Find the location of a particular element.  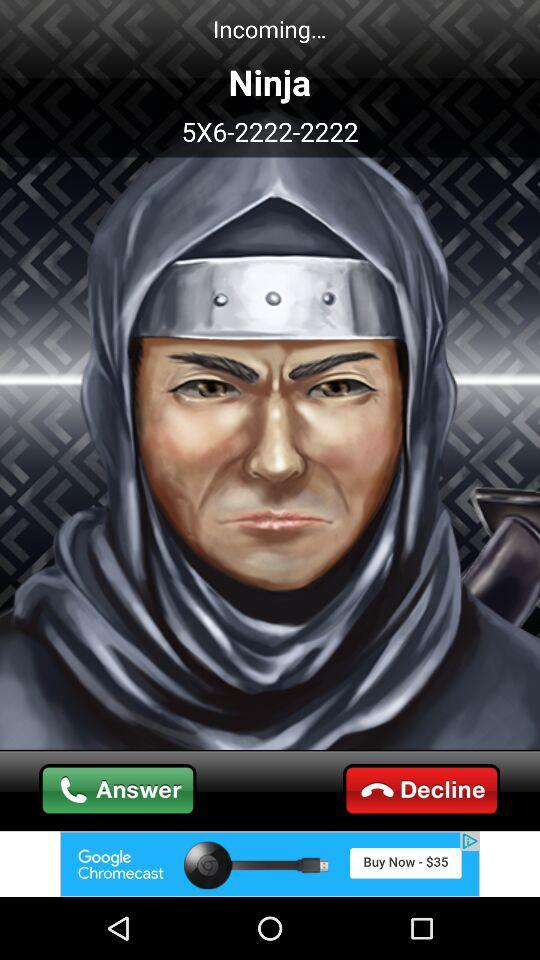

decline call is located at coordinates (420, 790).